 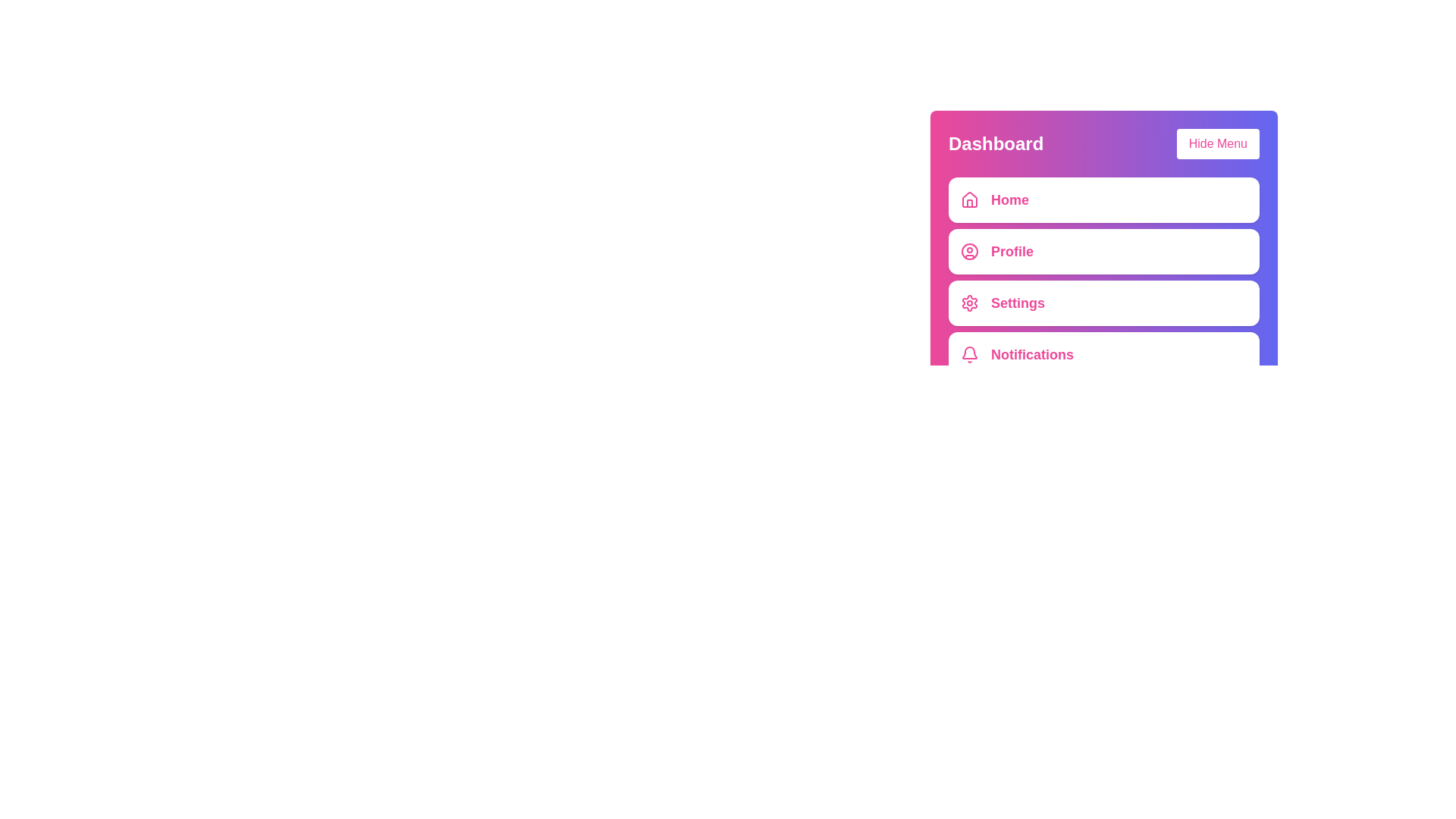 I want to click on the 'Hide Menu' button to toggle the menu visibility, so click(x=1218, y=143).